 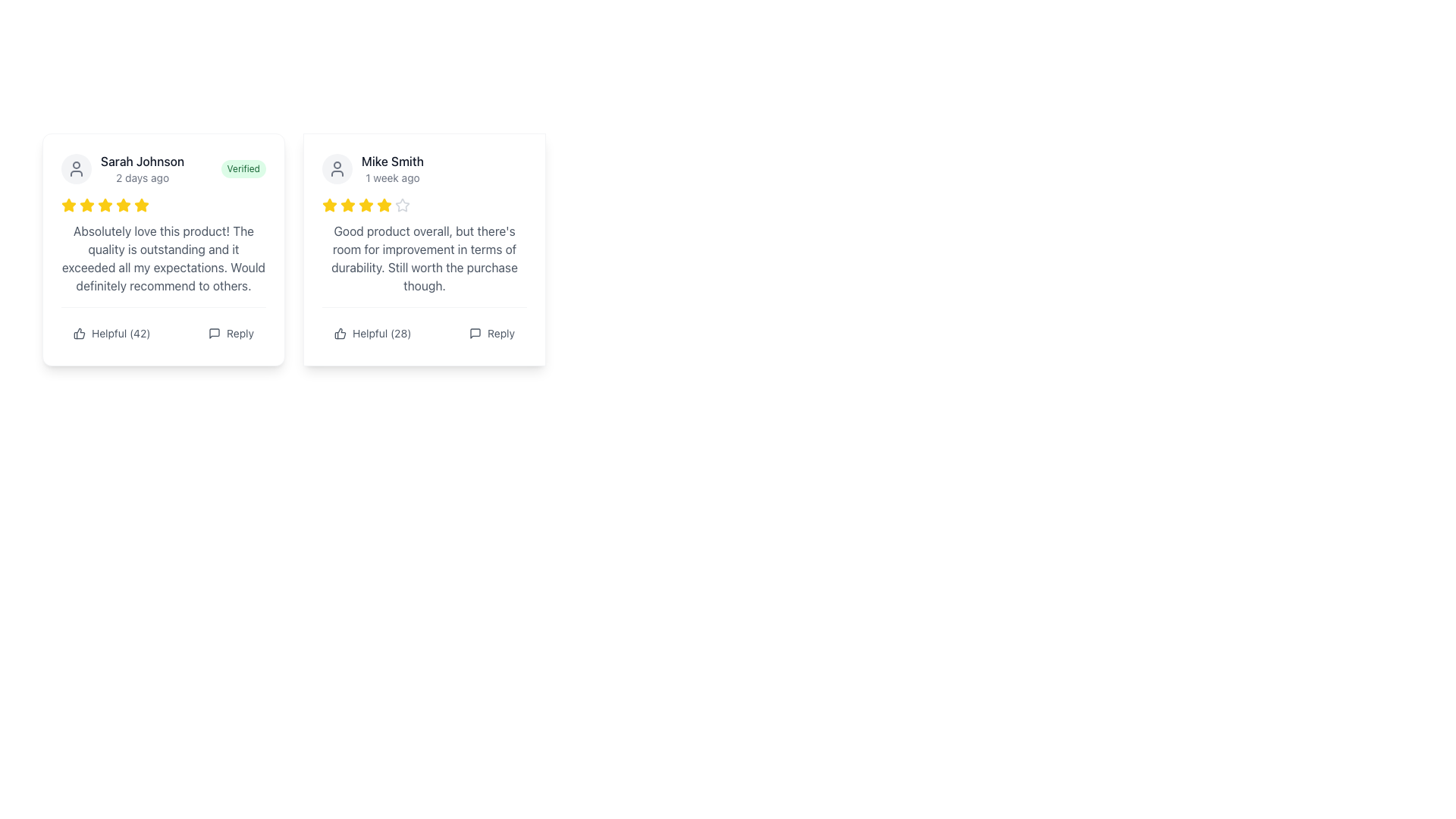 What do you see at coordinates (425, 257) in the screenshot?
I see `the user review text block styled in gray that reads 'Good product overall, but there's room for improvement in terms of durability. Still worth the purchase though.'` at bounding box center [425, 257].